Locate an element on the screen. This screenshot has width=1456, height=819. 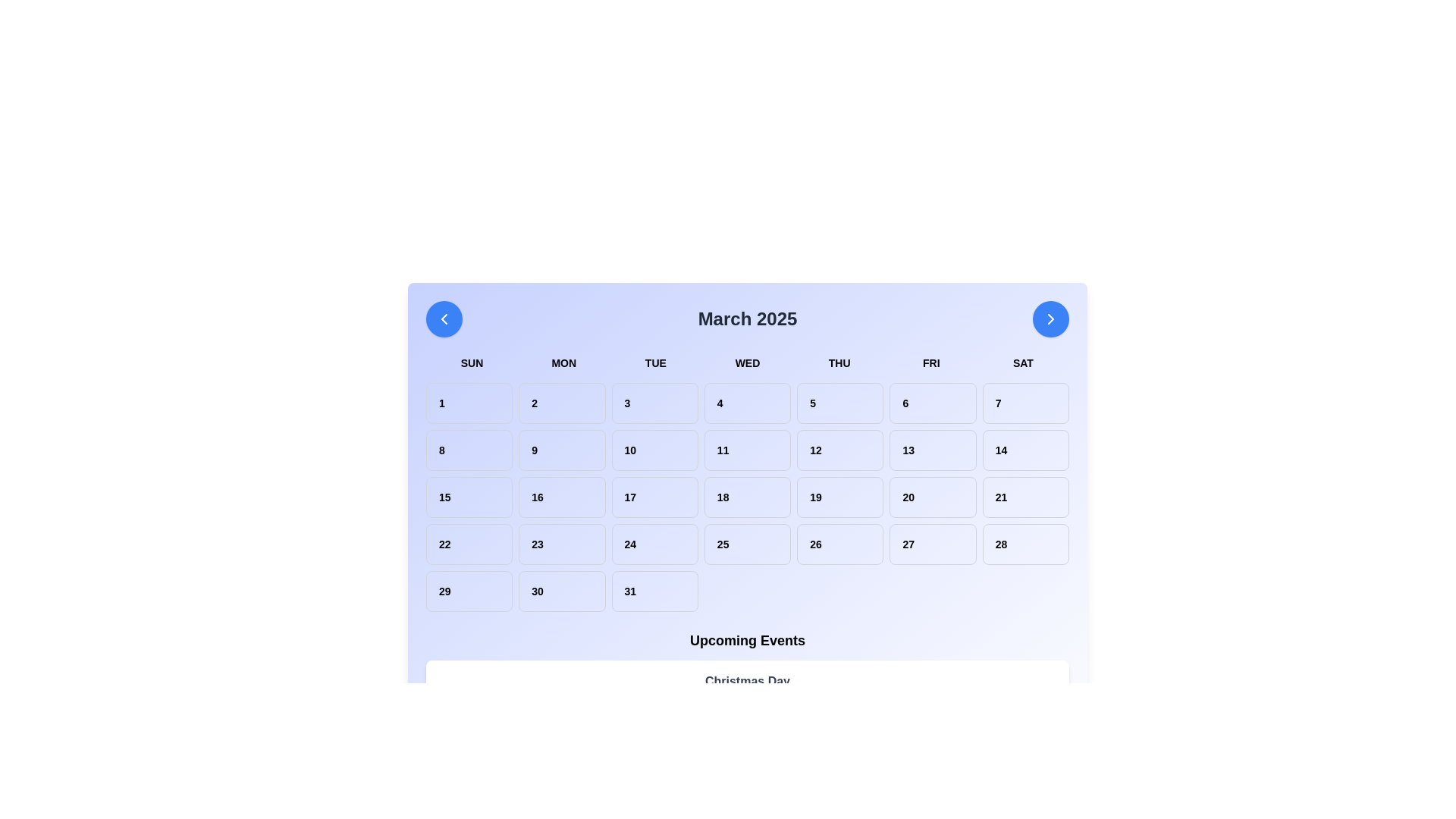
the button labeled '11' is located at coordinates (747, 450).